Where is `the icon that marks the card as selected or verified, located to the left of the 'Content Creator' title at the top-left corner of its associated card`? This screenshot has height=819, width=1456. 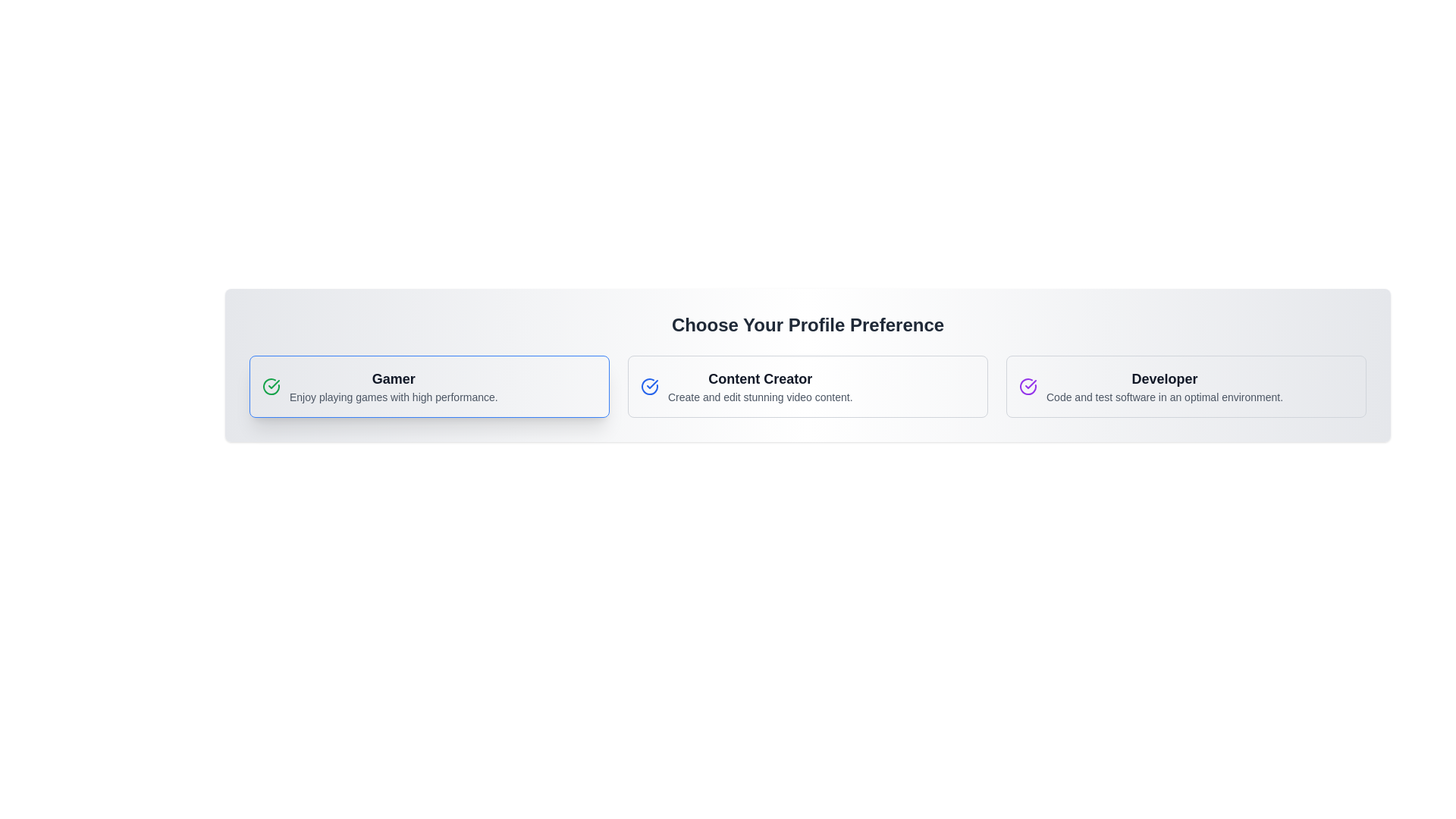 the icon that marks the card as selected or verified, located to the left of the 'Content Creator' title at the top-left corner of its associated card is located at coordinates (650, 385).